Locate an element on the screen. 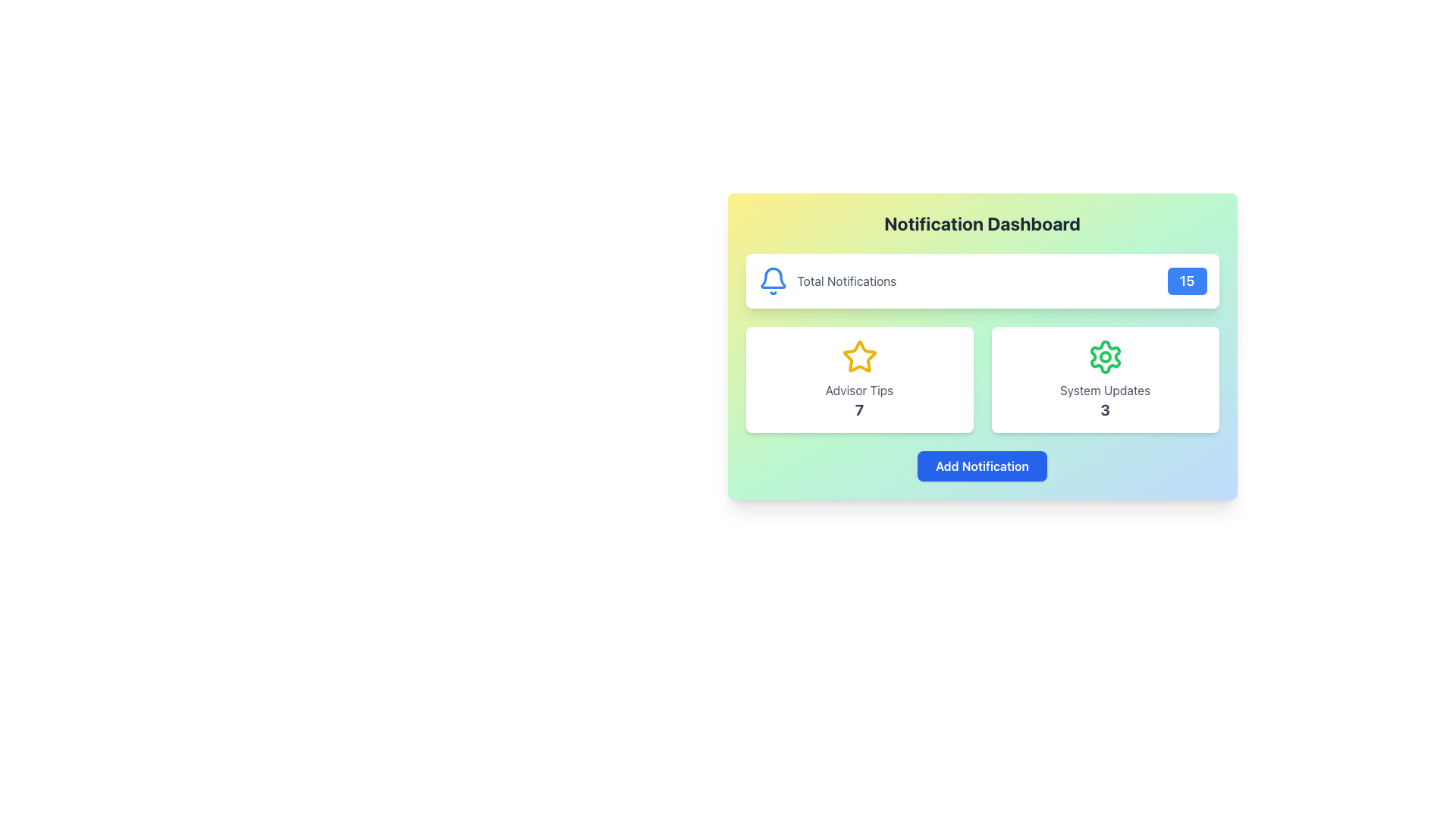 The image size is (1456, 819). the bold text label displaying the number '3', located below 'System Updates' and styled in dark gray with a larger font size is located at coordinates (1105, 409).